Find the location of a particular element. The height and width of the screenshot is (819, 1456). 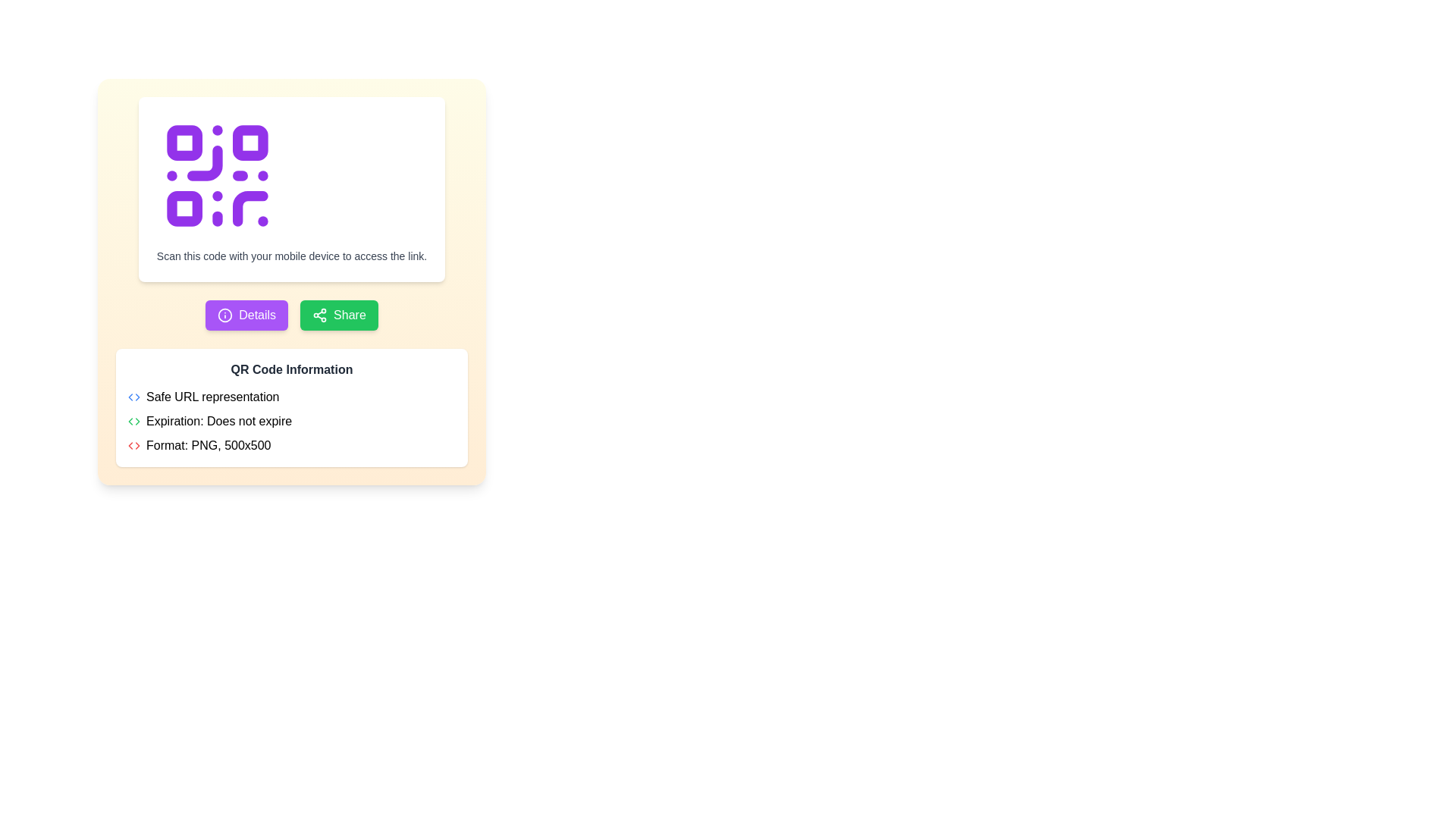

the purple 'Details' button with rounded corners is located at coordinates (246, 315).